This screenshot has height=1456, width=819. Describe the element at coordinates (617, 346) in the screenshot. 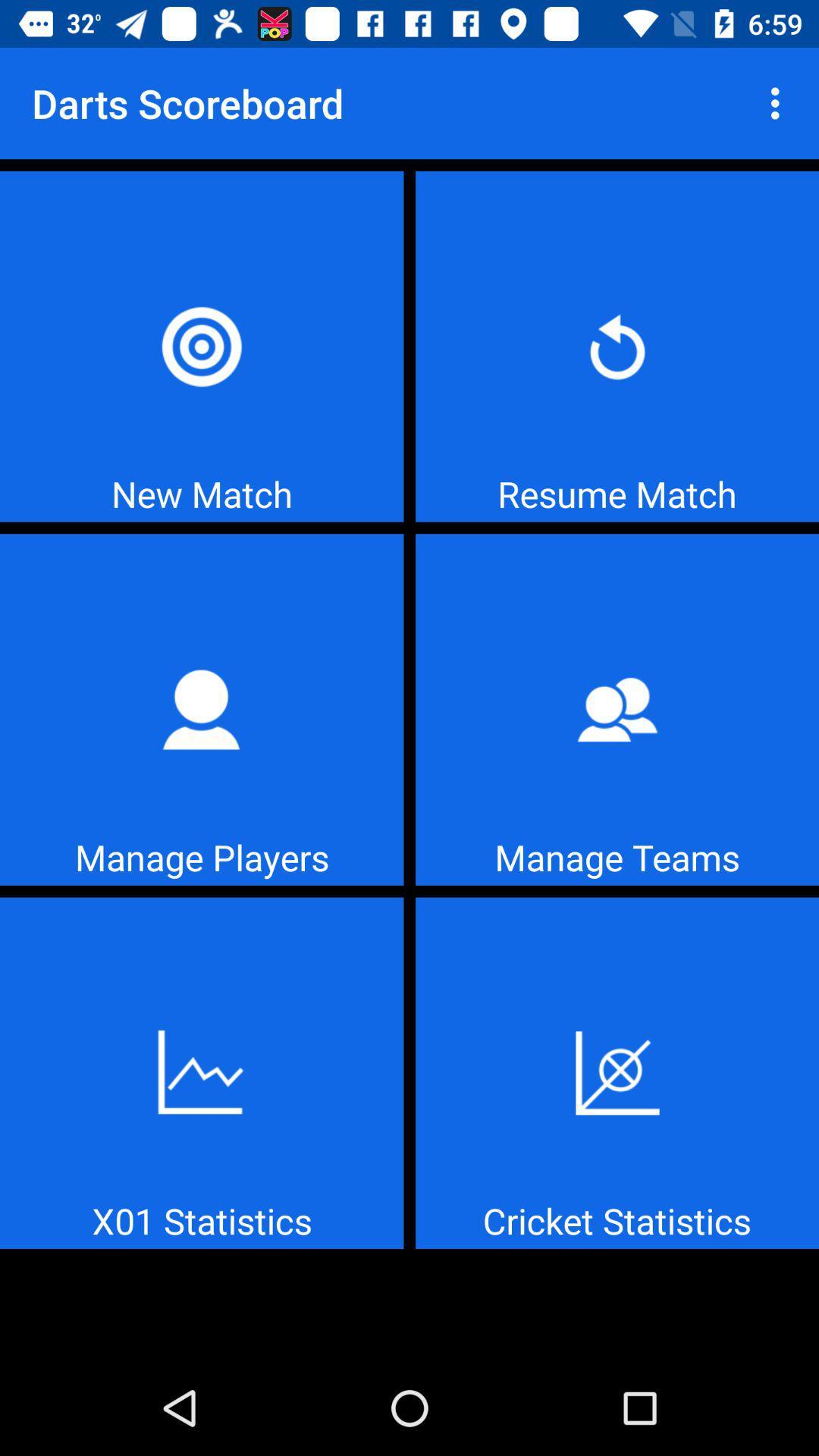

I see `back a match` at that location.